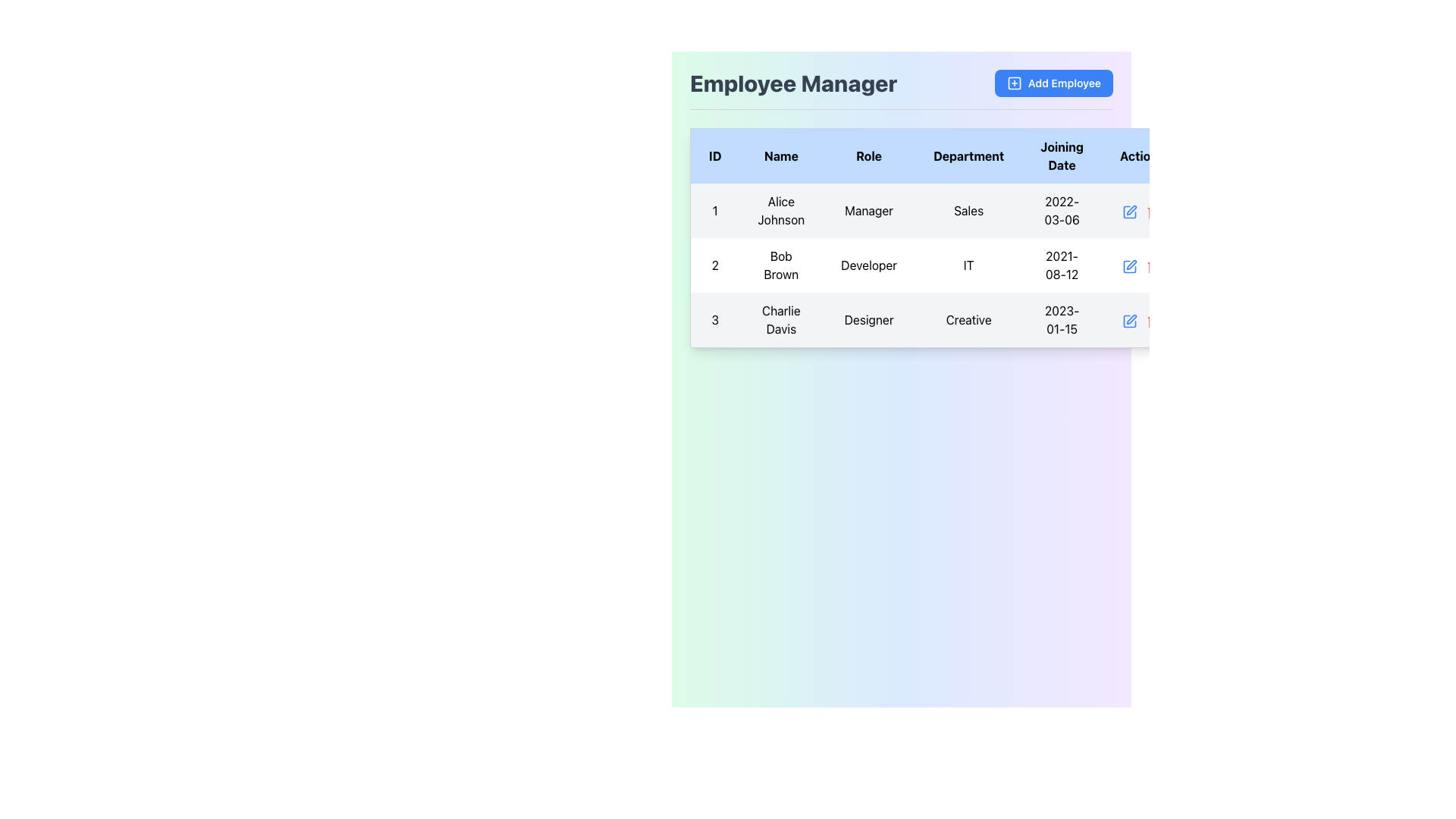  What do you see at coordinates (714, 265) in the screenshot?
I see `the static text label component that identifies the second record in the Employee Manager table, located in the first column under the 'ID' heading` at bounding box center [714, 265].